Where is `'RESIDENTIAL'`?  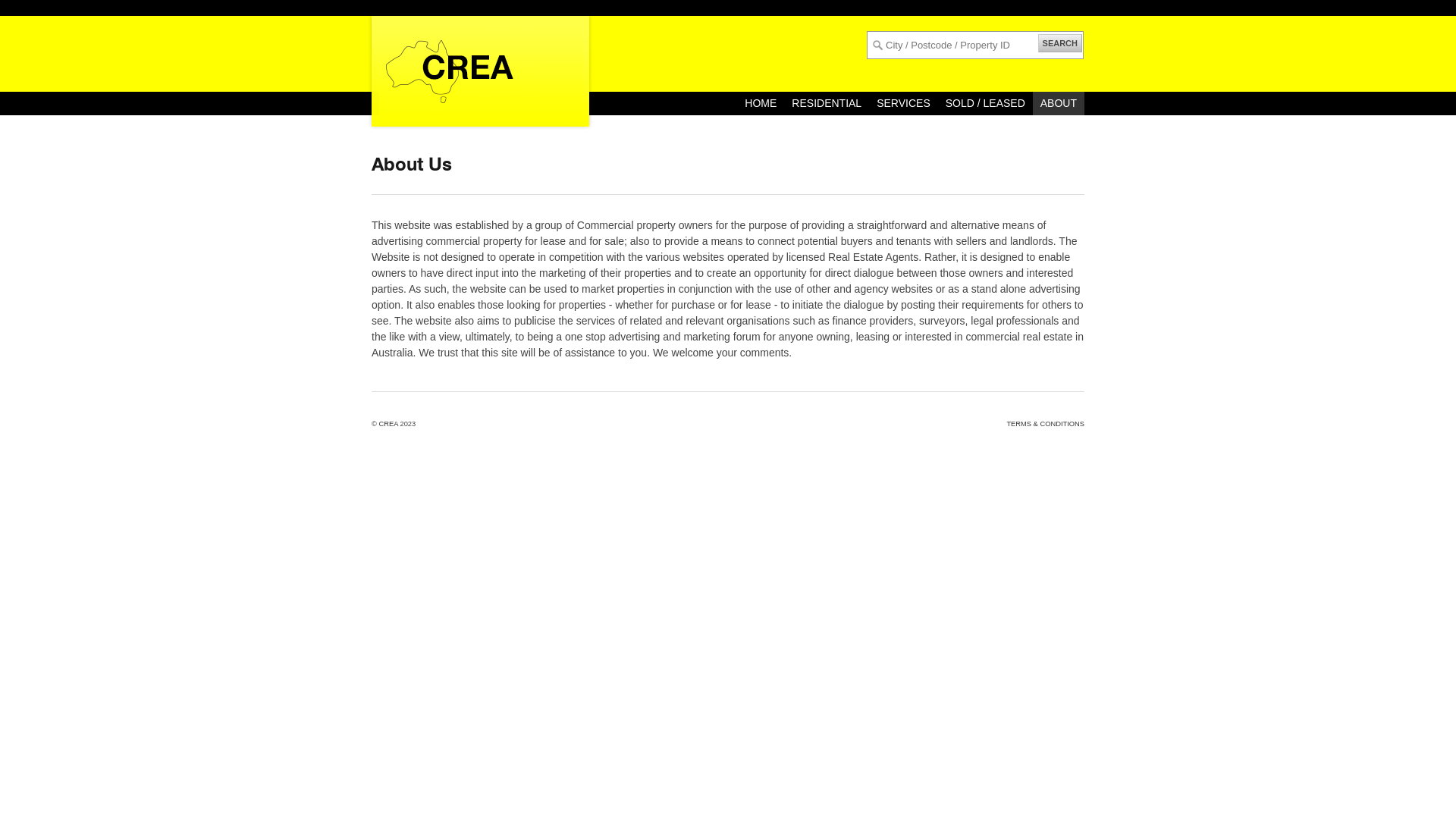 'RESIDENTIAL' is located at coordinates (825, 102).